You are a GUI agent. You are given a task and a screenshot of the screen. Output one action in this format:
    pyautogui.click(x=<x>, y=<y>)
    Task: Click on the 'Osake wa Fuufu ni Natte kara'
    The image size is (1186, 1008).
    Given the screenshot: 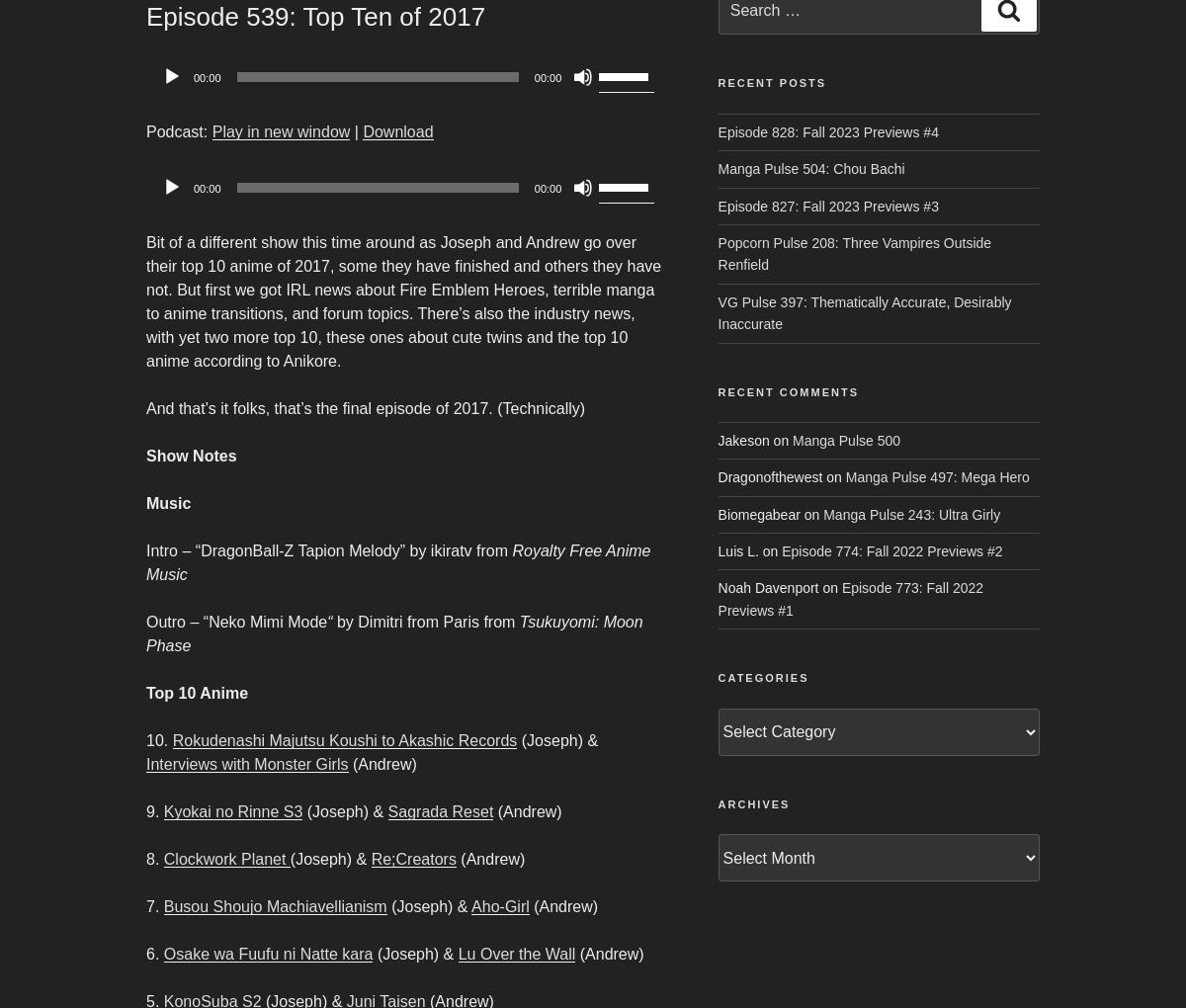 What is the action you would take?
    pyautogui.click(x=162, y=953)
    